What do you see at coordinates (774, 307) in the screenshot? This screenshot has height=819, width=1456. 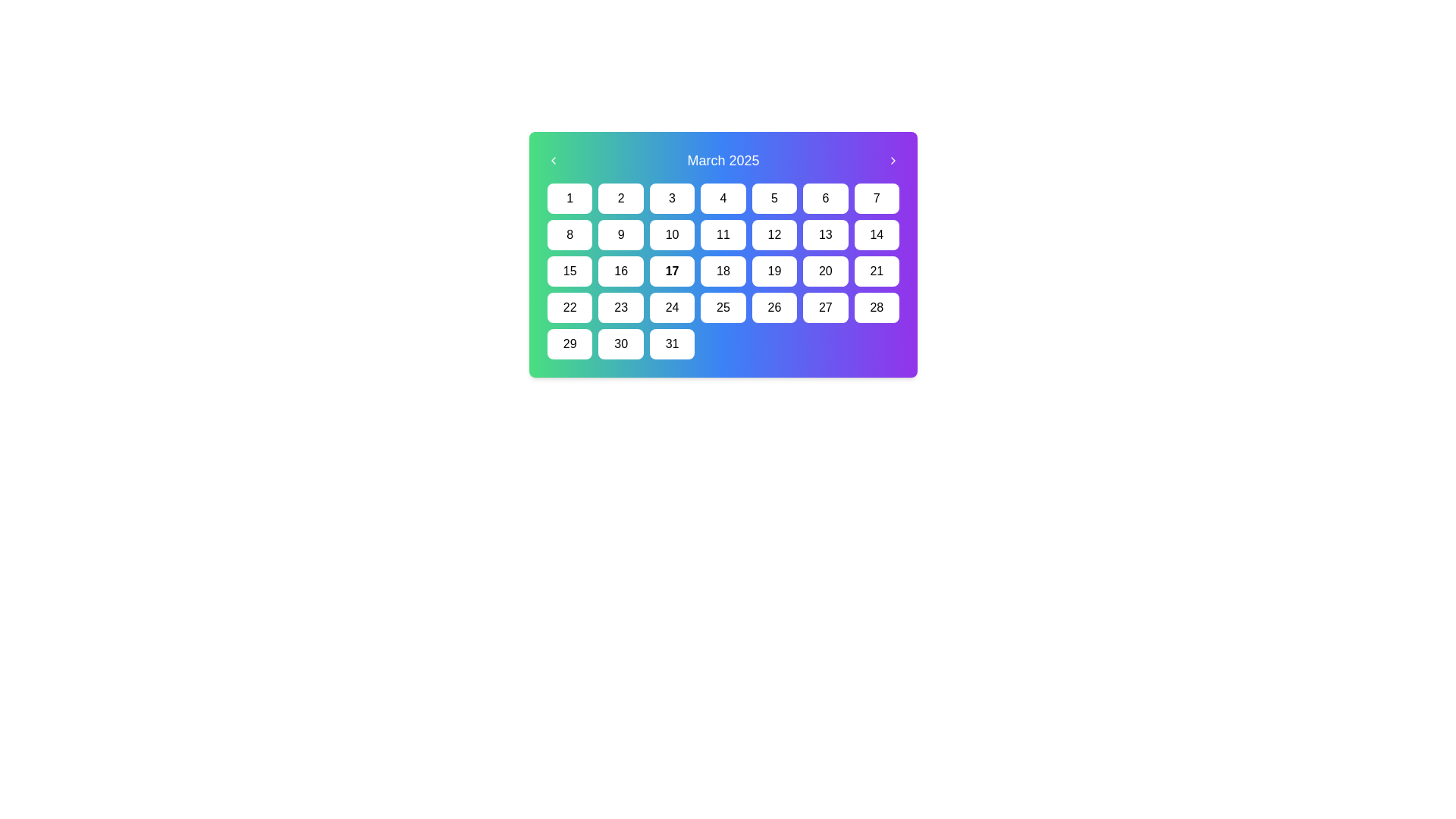 I see `the button representing the date '26' in the March 2025 calendar, located in the fifth column of the fourth row` at bounding box center [774, 307].